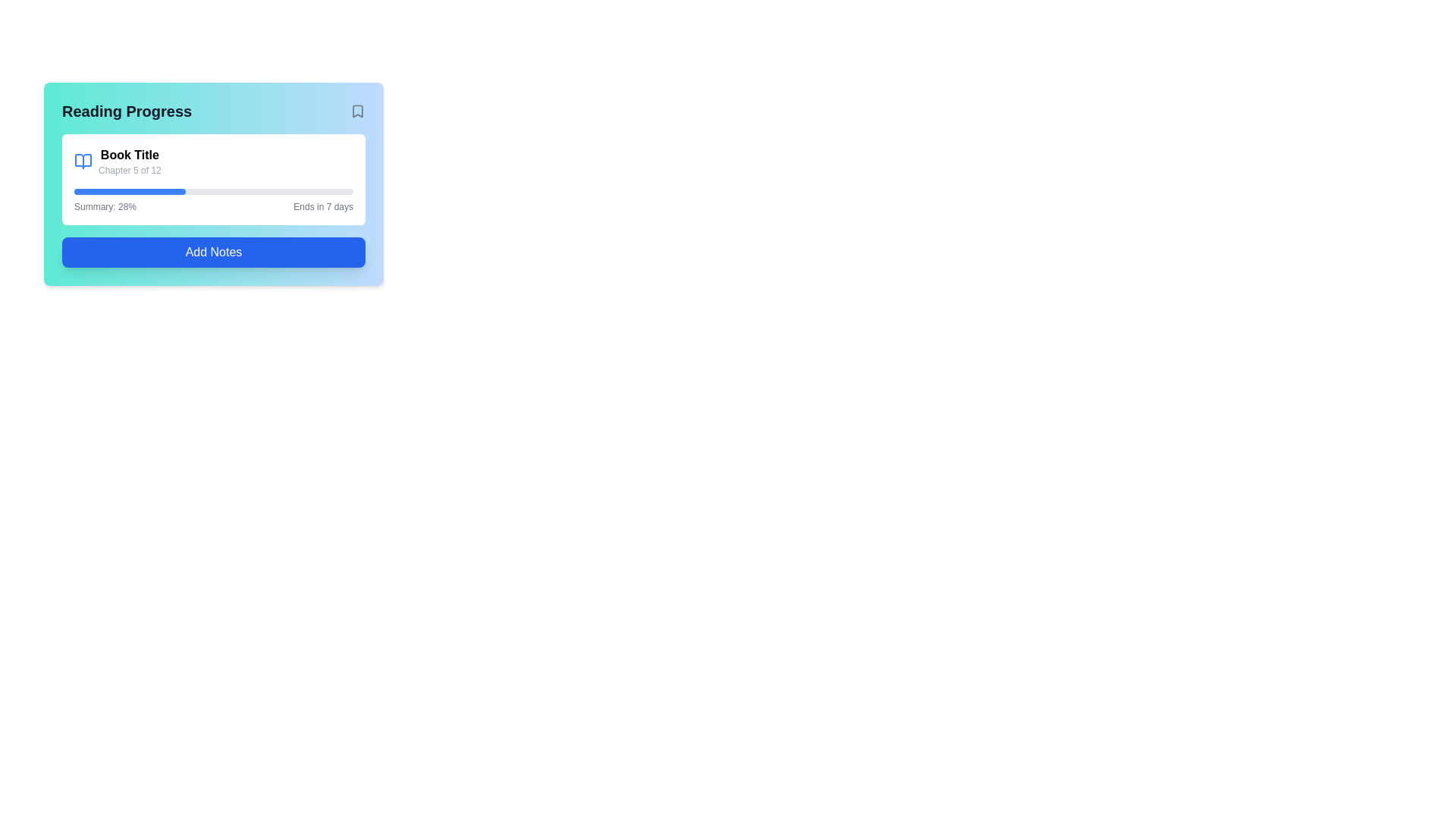 The width and height of the screenshot is (1456, 819). Describe the element at coordinates (213, 191) in the screenshot. I see `the horizontal progress bar indicating reading progress, which is located below 'Chapter 5 of 12' and above the summary section` at that location.